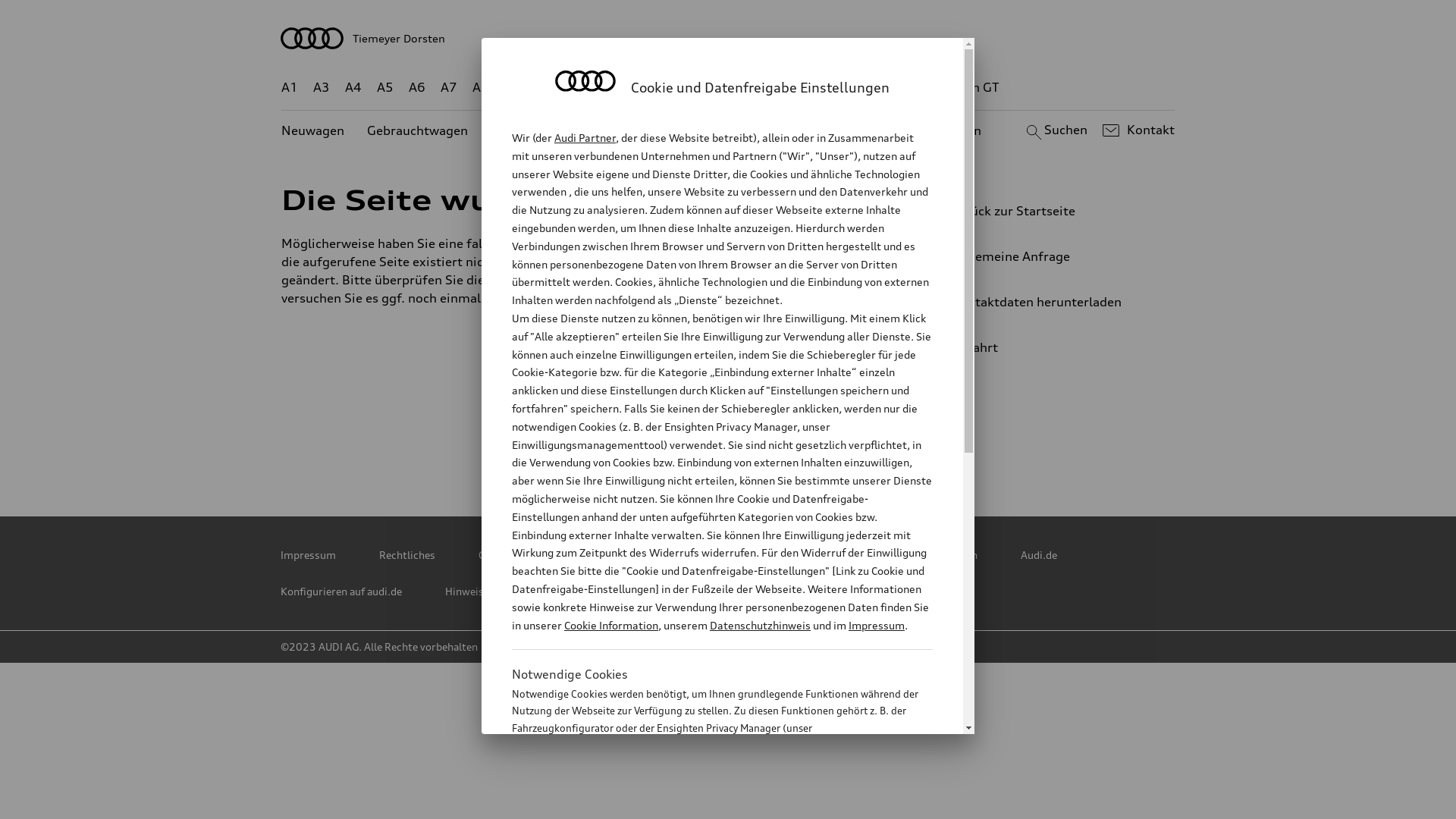 This screenshot has height=819, width=1456. What do you see at coordinates (407, 555) in the screenshot?
I see `'Rechtliches'` at bounding box center [407, 555].